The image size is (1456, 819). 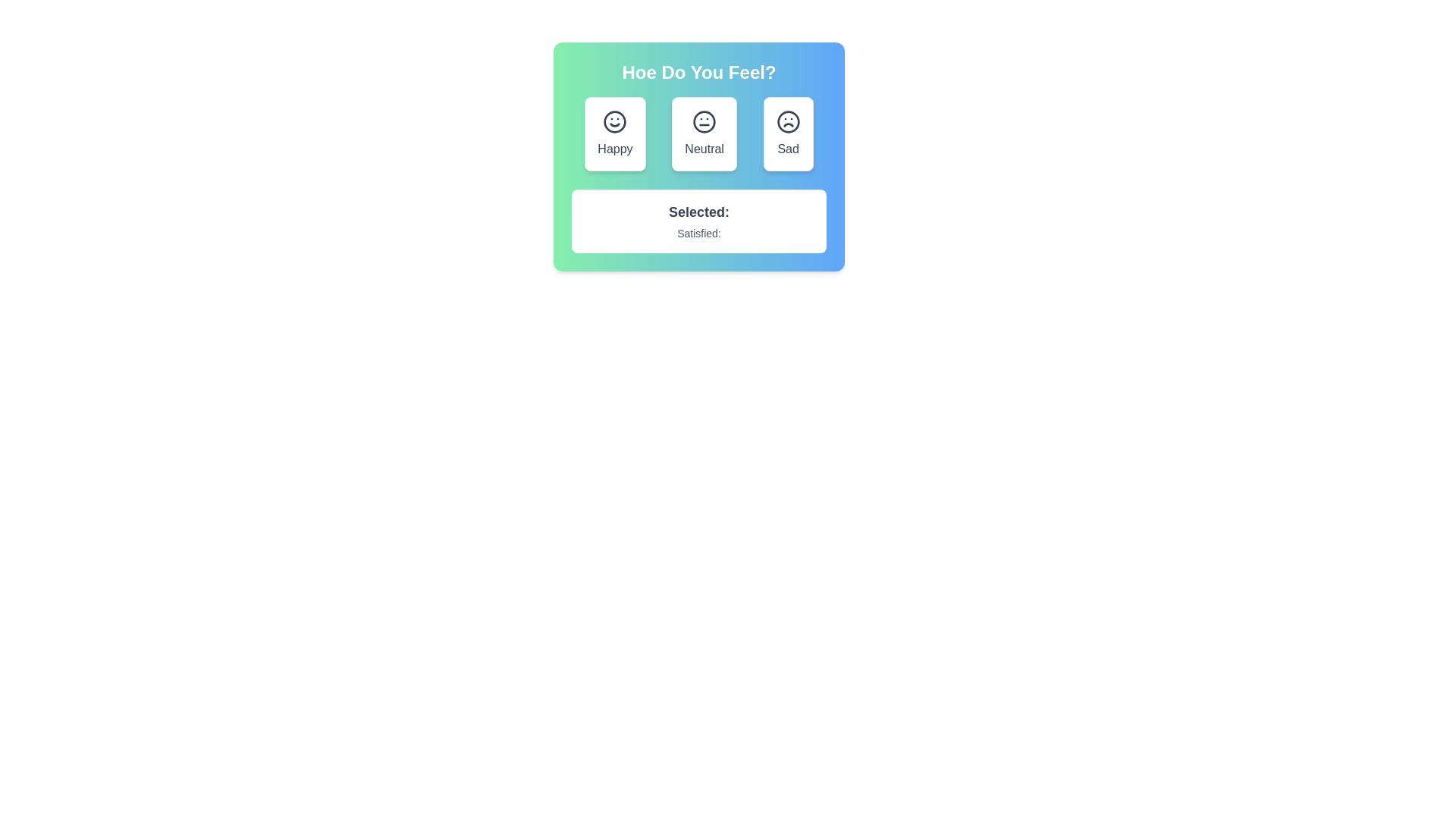 I want to click on the text 'How Do You Feel?' to select it, so click(x=698, y=73).